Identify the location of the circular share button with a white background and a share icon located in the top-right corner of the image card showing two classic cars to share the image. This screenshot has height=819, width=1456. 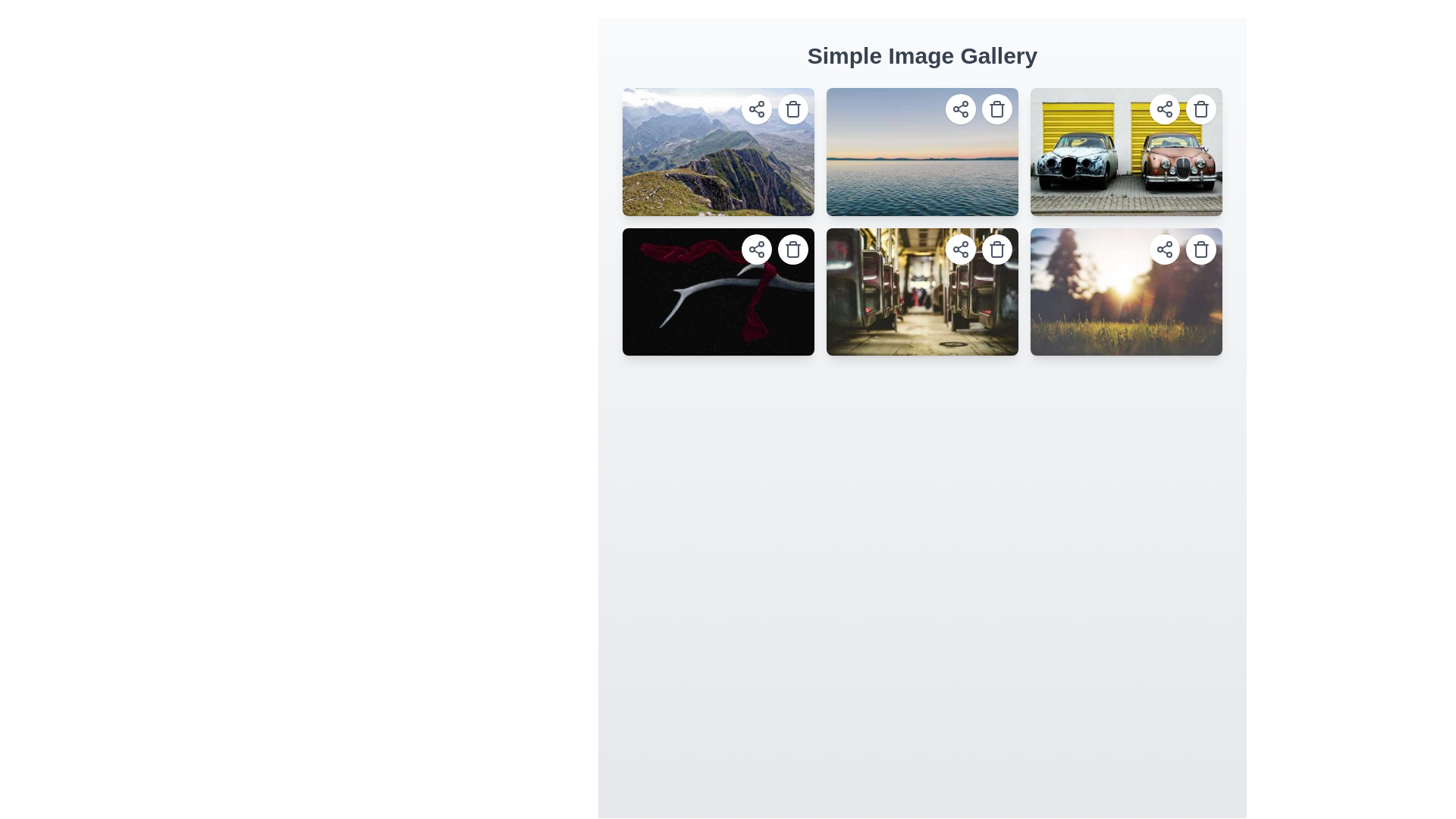
(1164, 108).